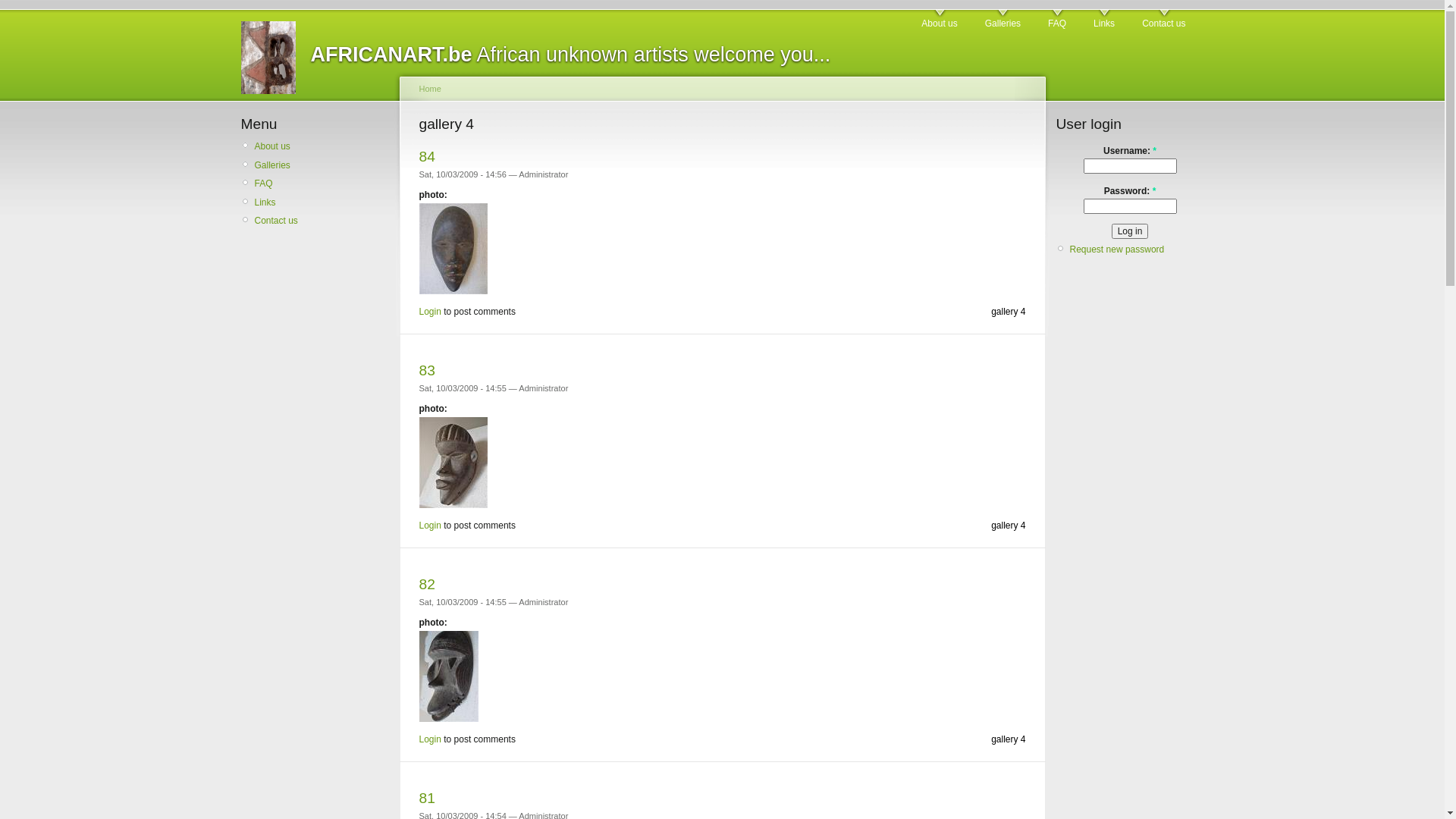 This screenshot has height=819, width=1456. I want to click on 'About us', so click(938, 20).